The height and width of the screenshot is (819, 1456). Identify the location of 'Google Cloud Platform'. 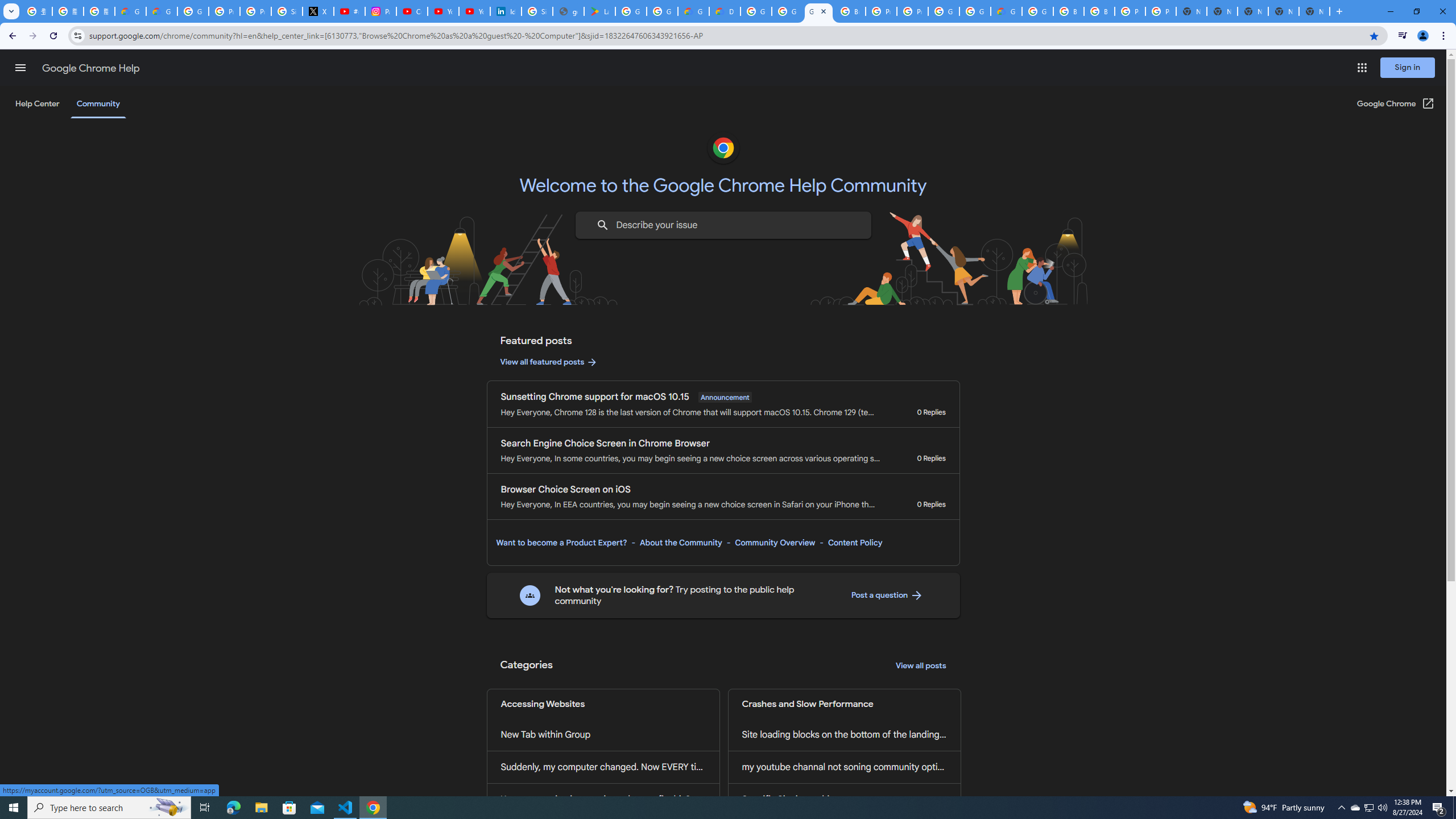
(1037, 11).